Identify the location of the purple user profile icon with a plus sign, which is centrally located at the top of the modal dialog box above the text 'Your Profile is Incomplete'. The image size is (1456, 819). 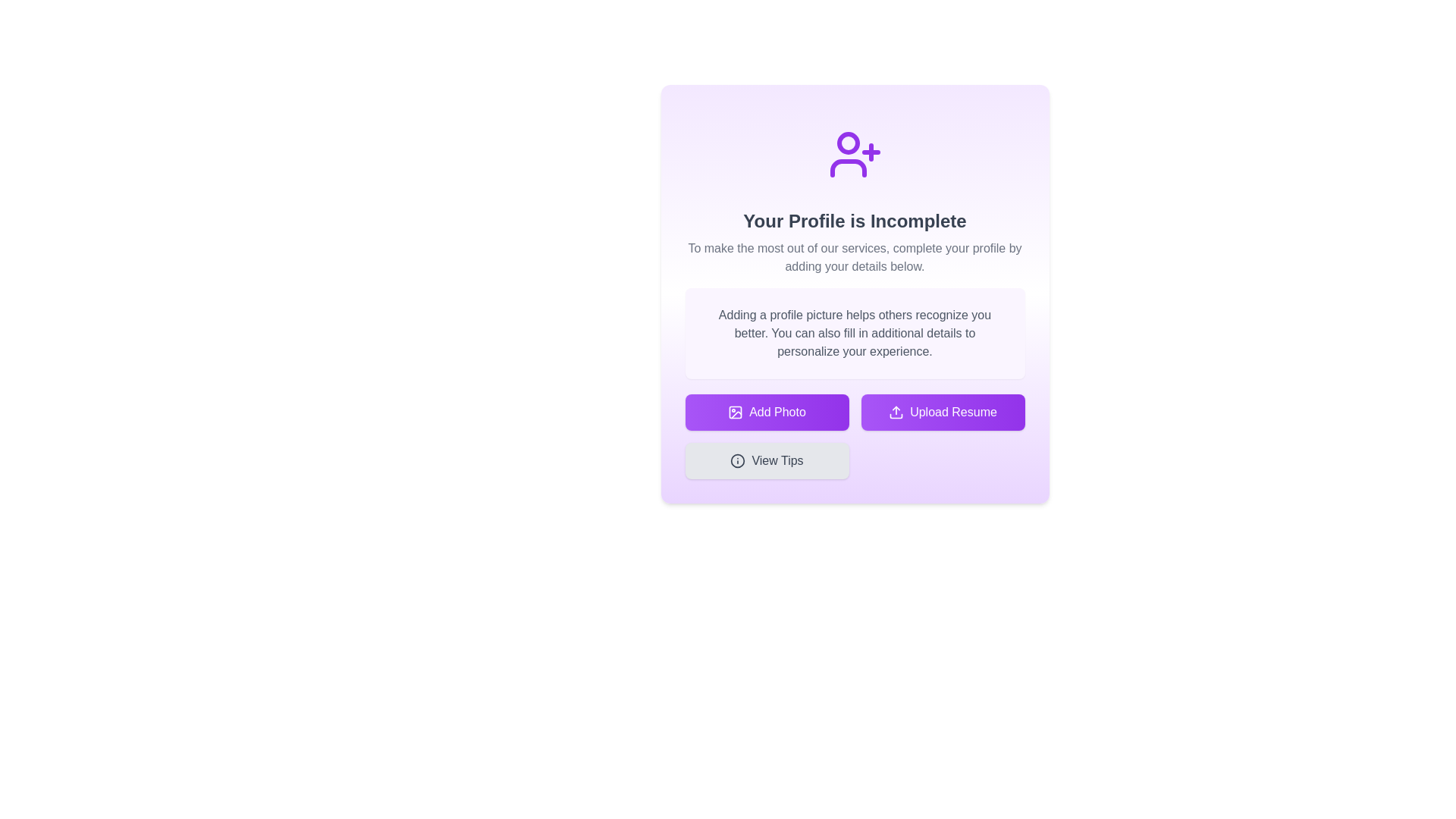
(855, 155).